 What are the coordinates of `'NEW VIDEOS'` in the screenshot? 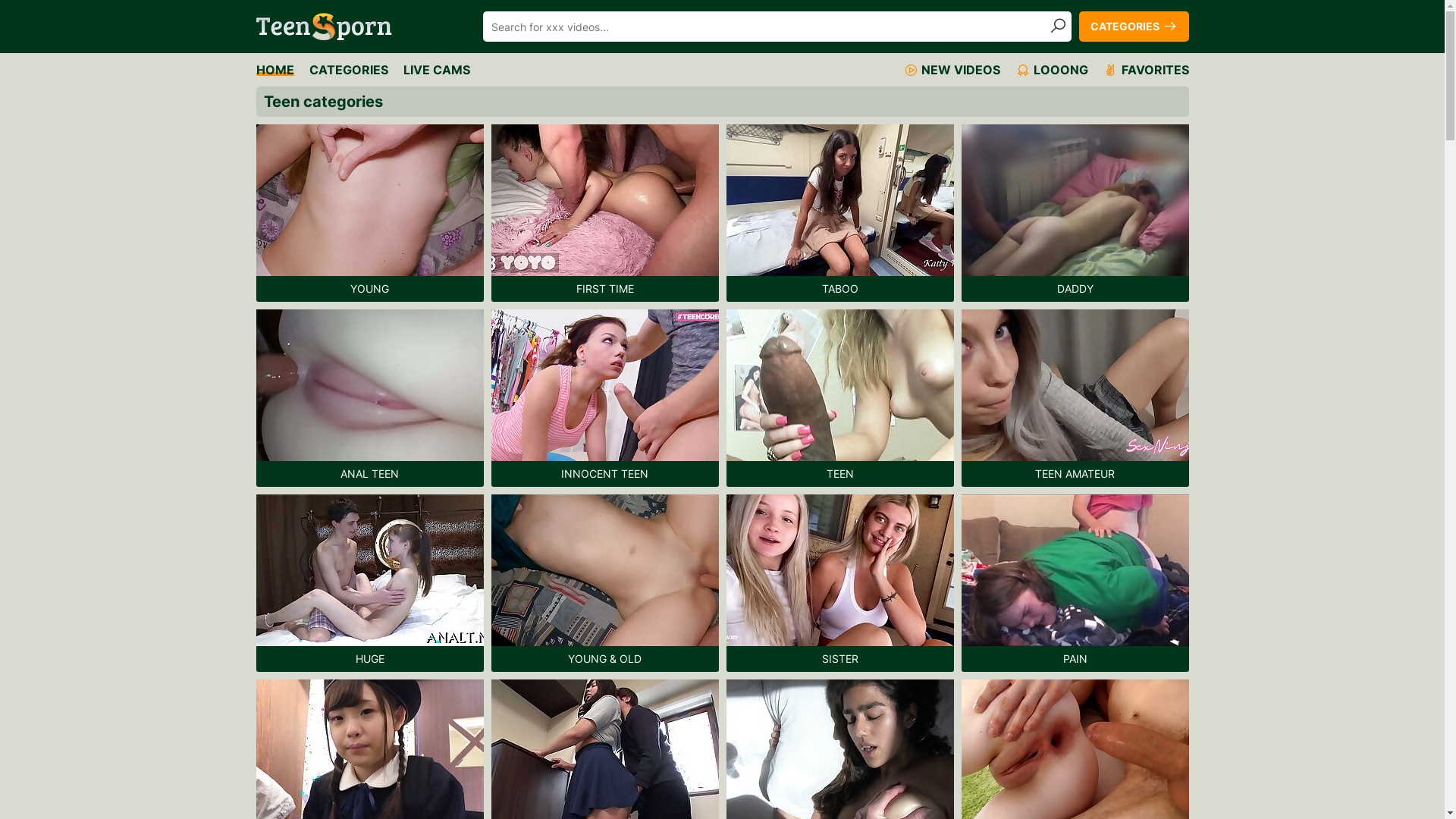 It's located at (949, 70).